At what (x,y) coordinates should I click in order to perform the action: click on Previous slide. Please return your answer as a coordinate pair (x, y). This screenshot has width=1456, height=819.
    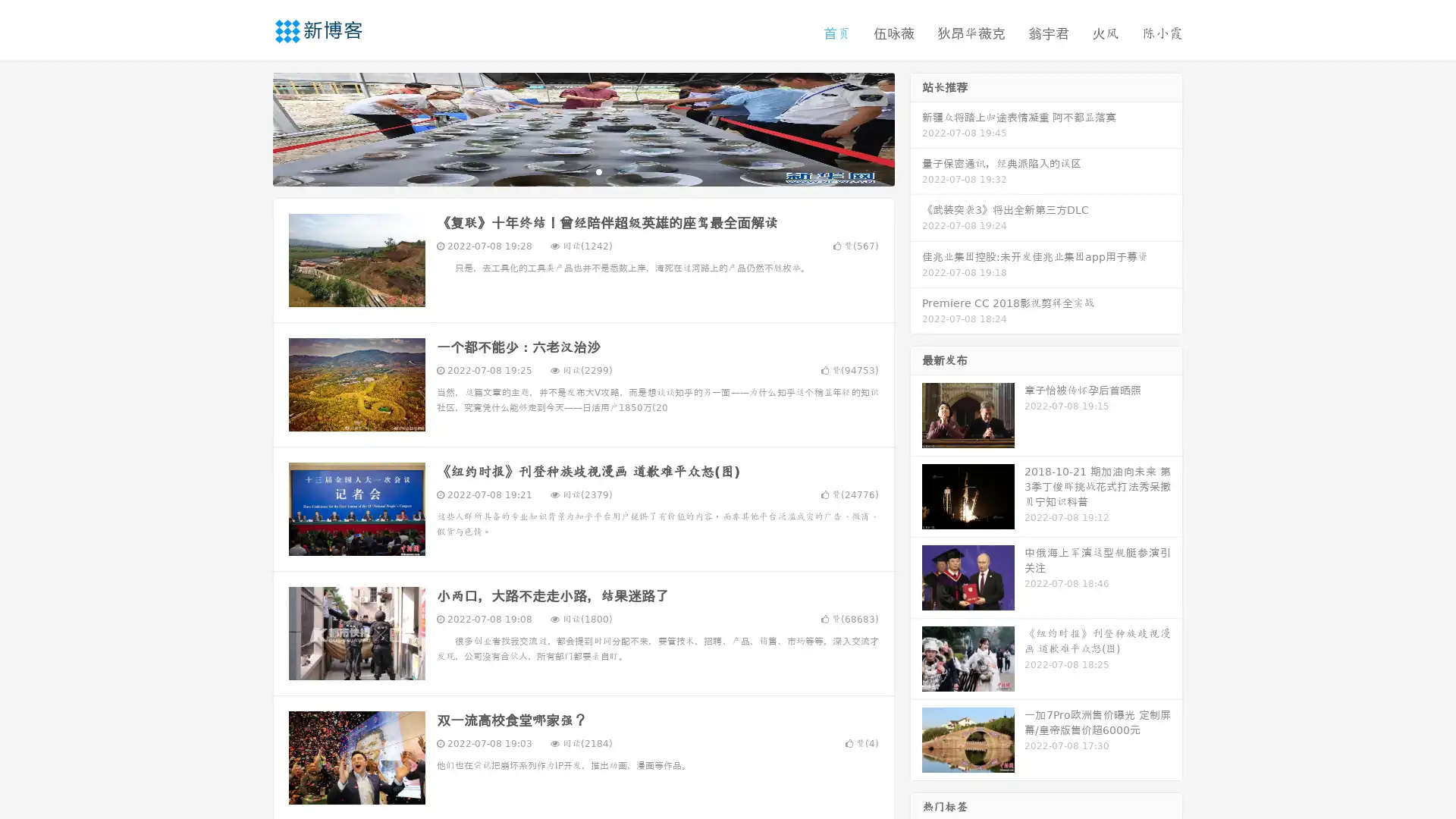
    Looking at the image, I should click on (250, 127).